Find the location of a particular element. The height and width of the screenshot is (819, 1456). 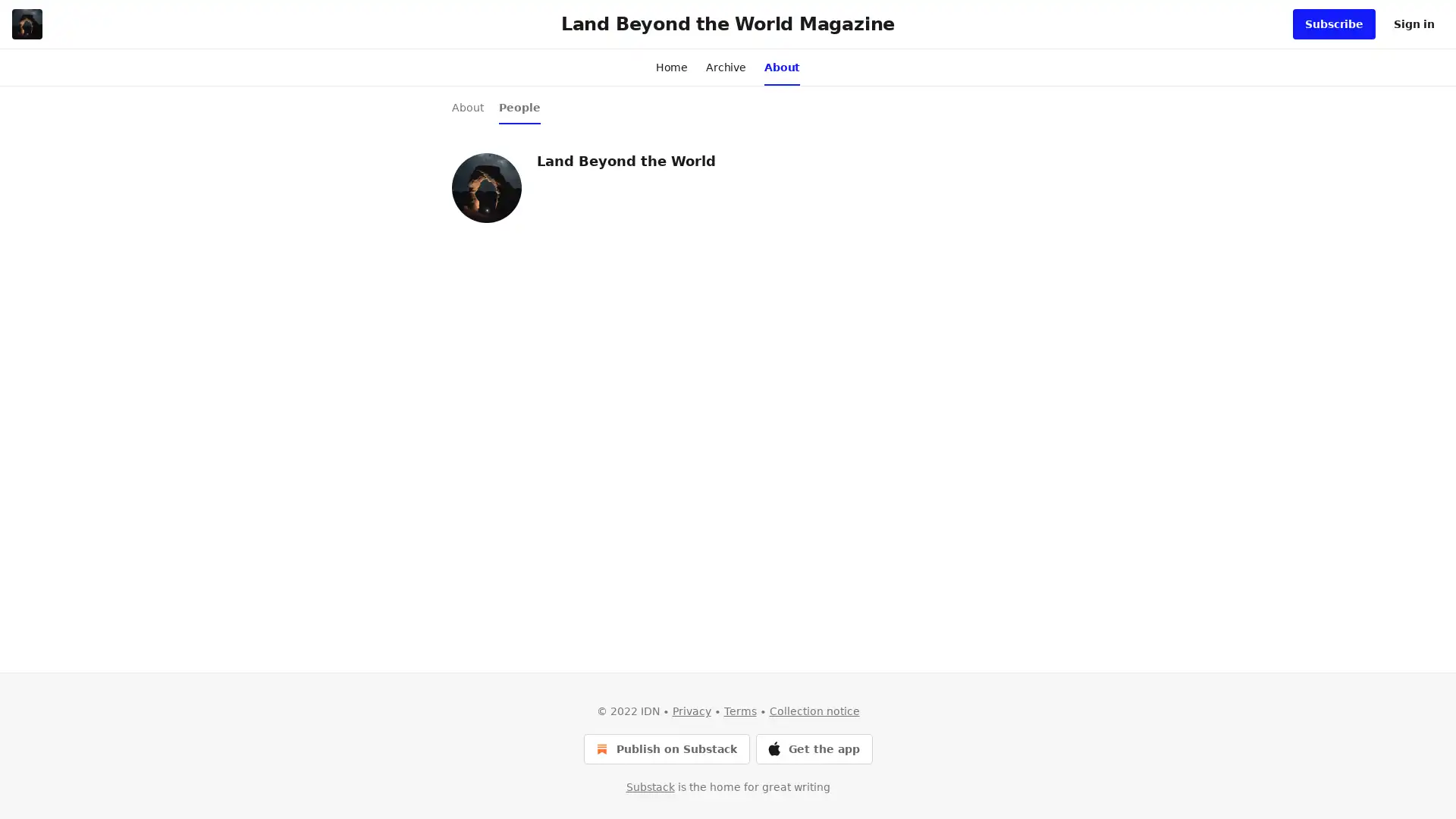

Sign in is located at coordinates (1414, 24).